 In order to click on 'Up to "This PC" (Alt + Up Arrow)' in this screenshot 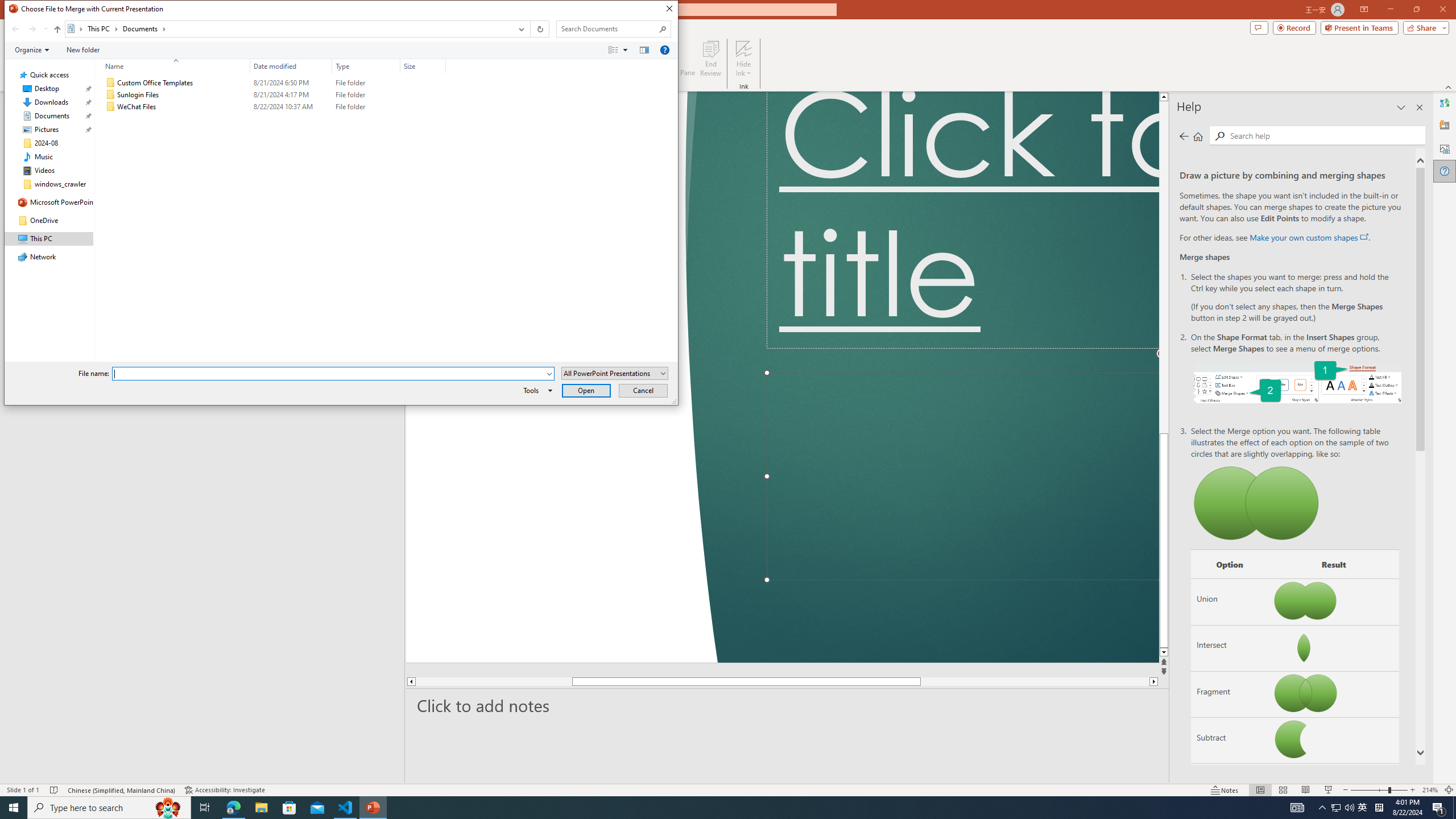, I will do `click(57, 28)`.